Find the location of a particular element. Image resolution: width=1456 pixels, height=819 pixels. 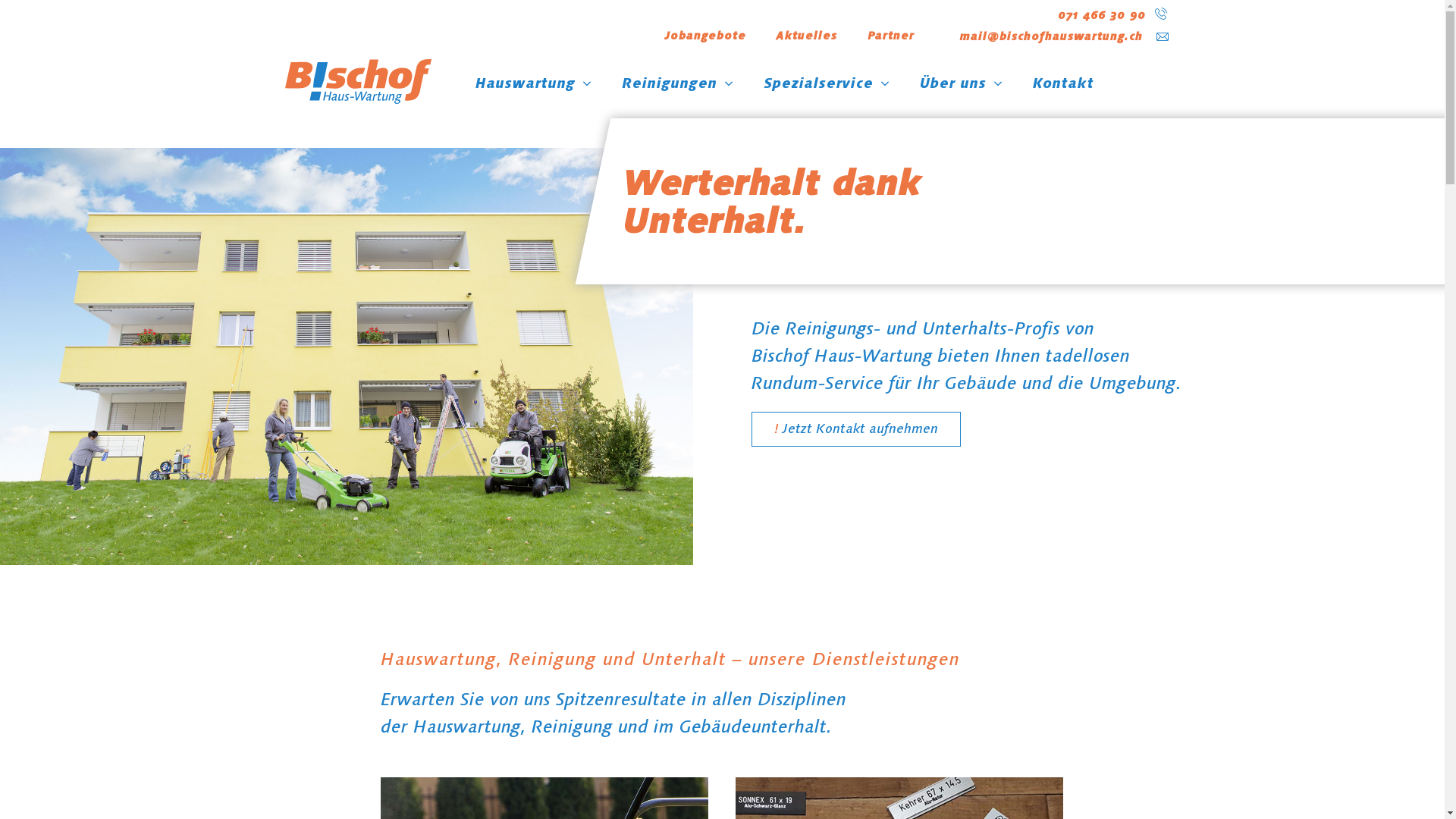

'Reinigungen' is located at coordinates (622, 89).